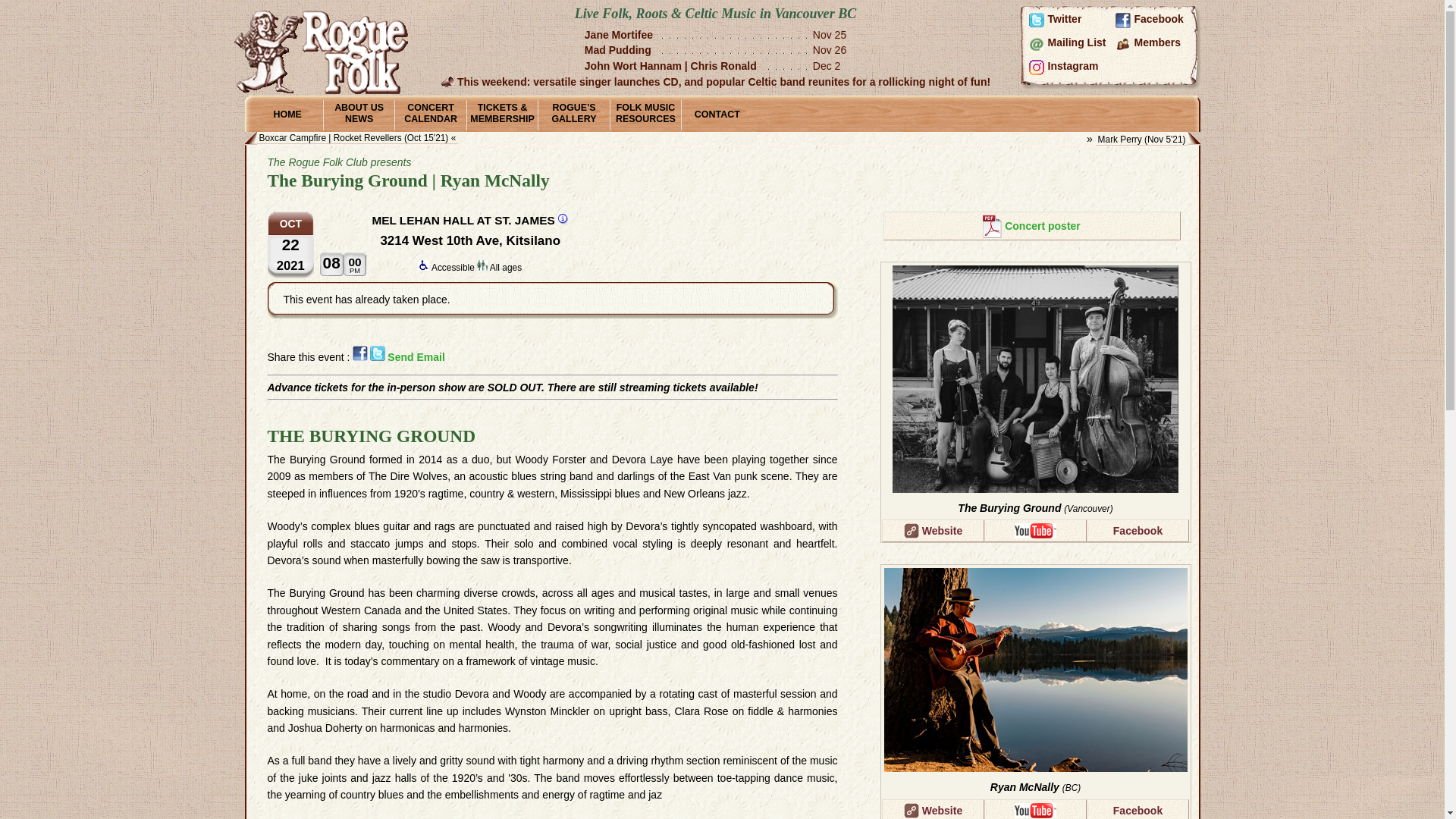 The image size is (1456, 819). Describe the element at coordinates (502, 114) in the screenshot. I see `'TICKETS & MEMBERSHIP'` at that location.